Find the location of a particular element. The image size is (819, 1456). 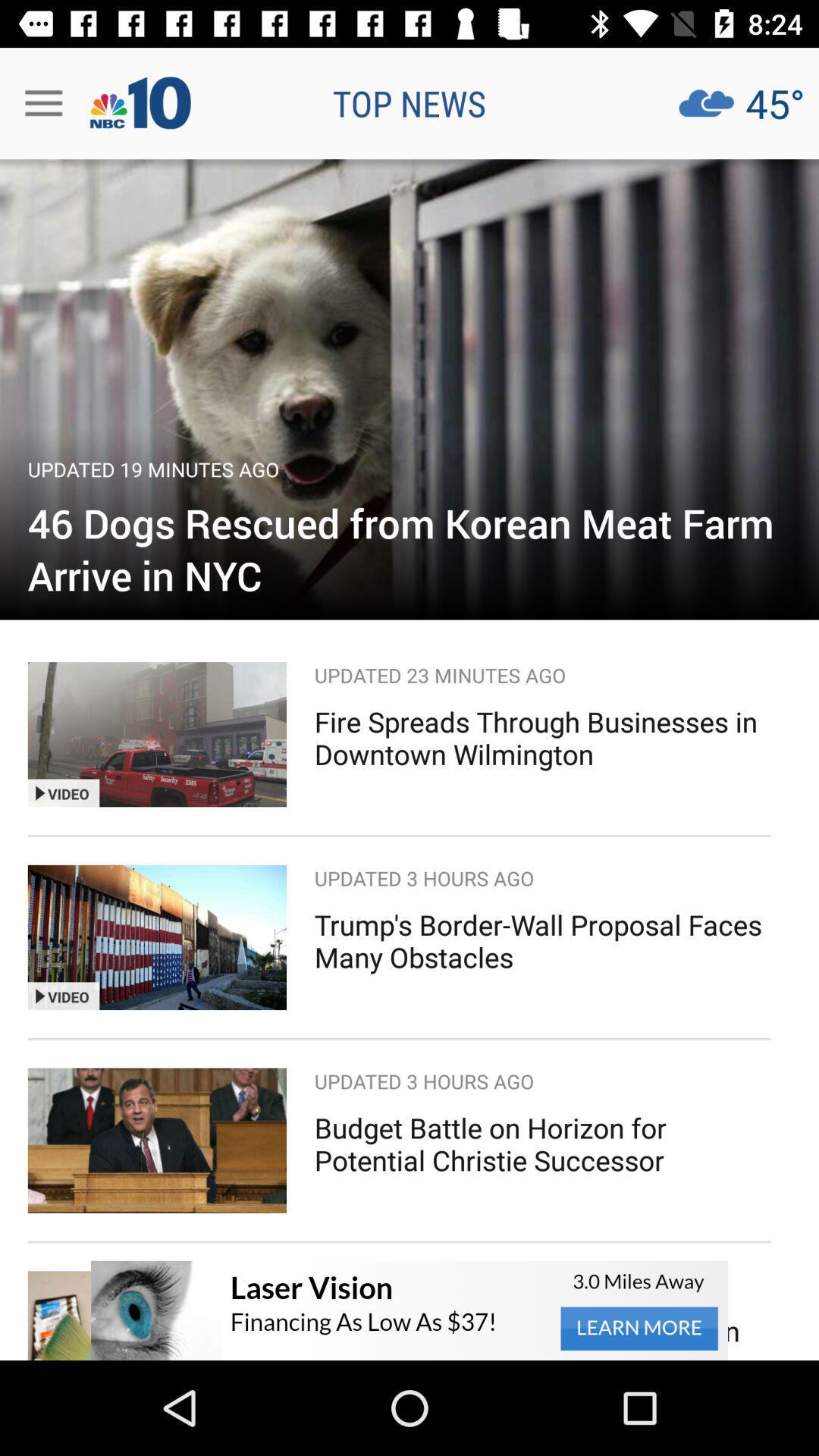

the third video in the list from top left is located at coordinates (157, 1141).